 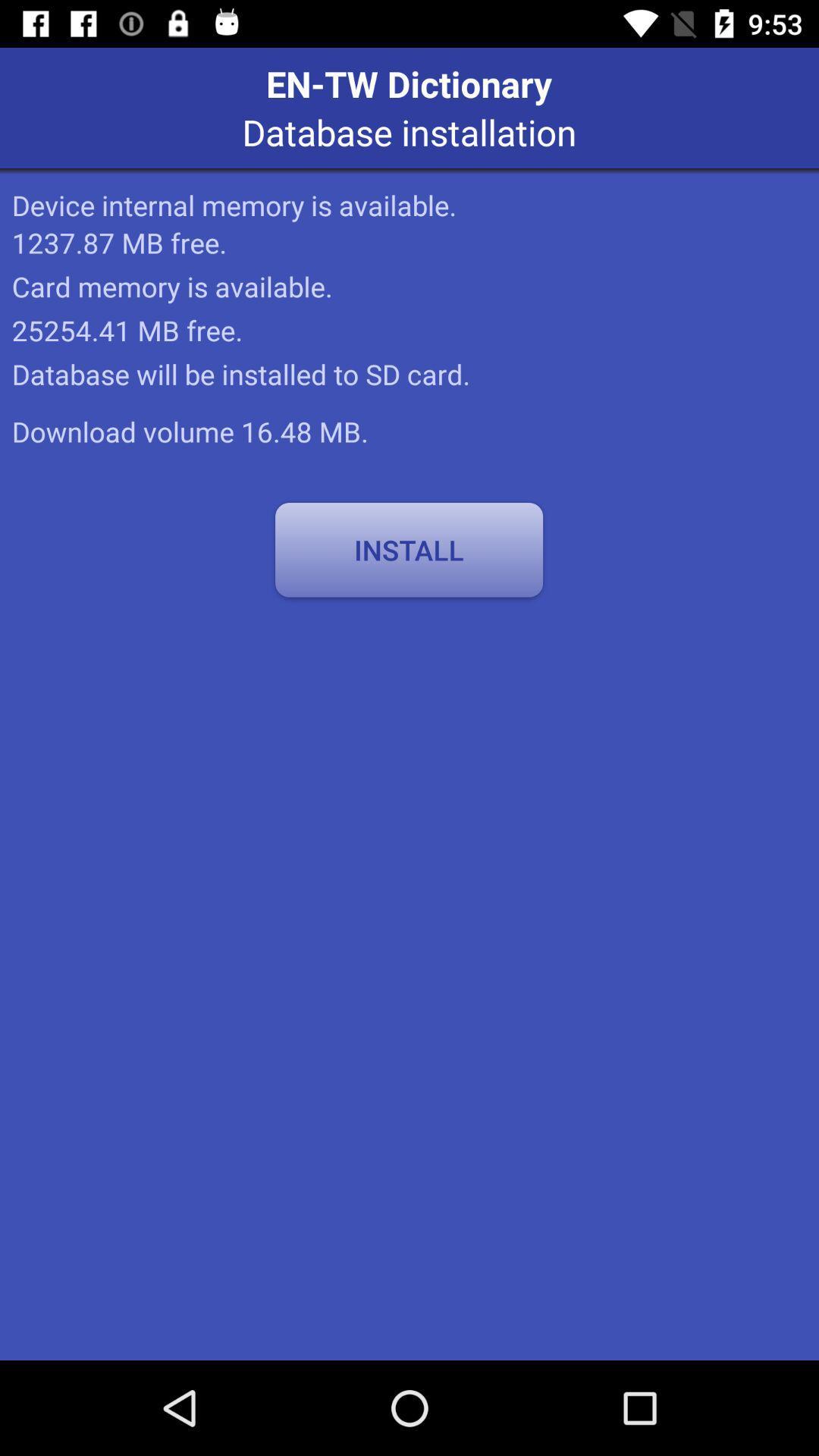 What do you see at coordinates (408, 549) in the screenshot?
I see `the item at the center` at bounding box center [408, 549].